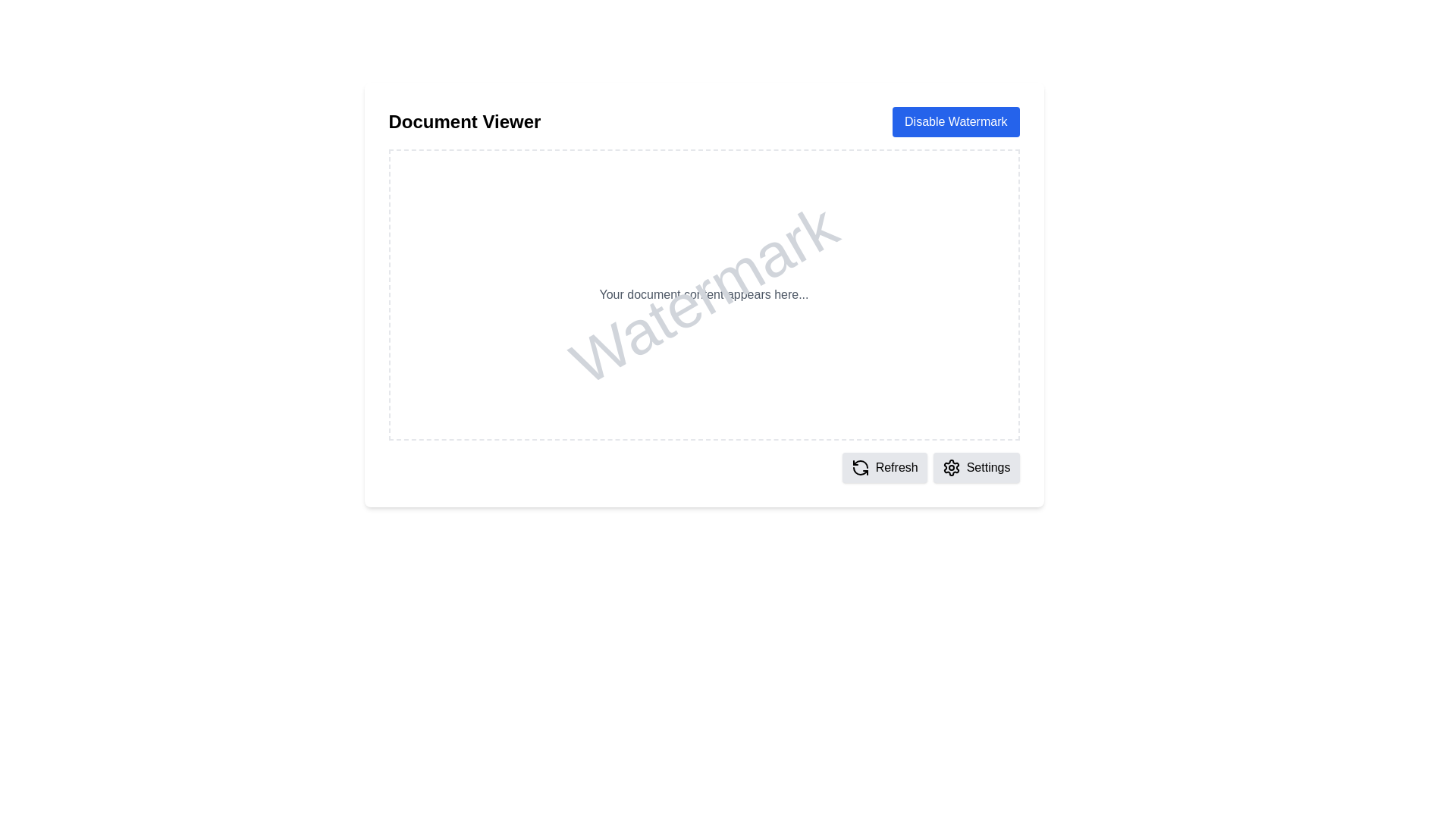 The image size is (1456, 819). I want to click on the circular refresh icon with a black outline located at the bottom left of the settings panel, which is part of the 'Refresh' button, so click(860, 467).